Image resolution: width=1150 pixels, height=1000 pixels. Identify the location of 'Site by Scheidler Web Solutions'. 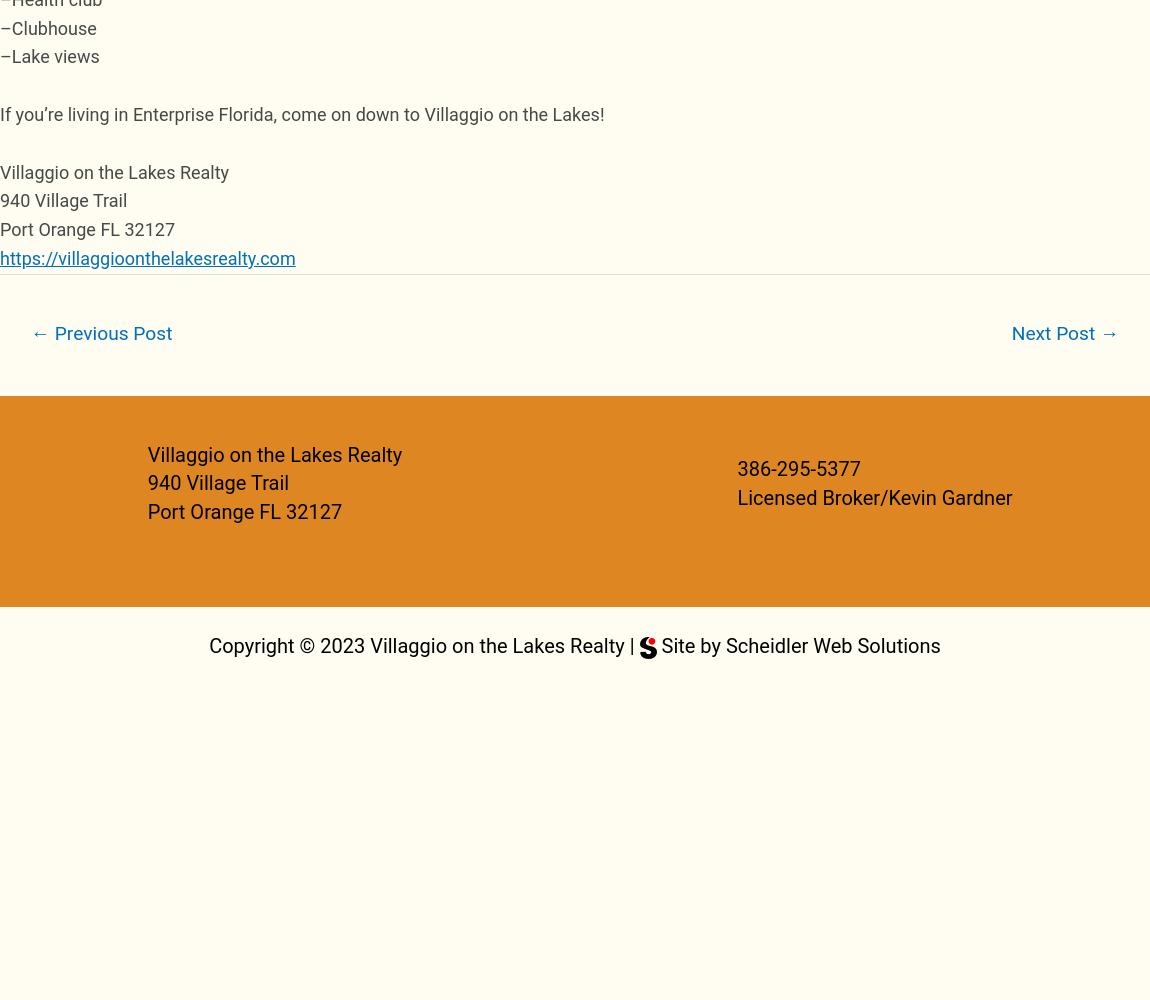
(796, 646).